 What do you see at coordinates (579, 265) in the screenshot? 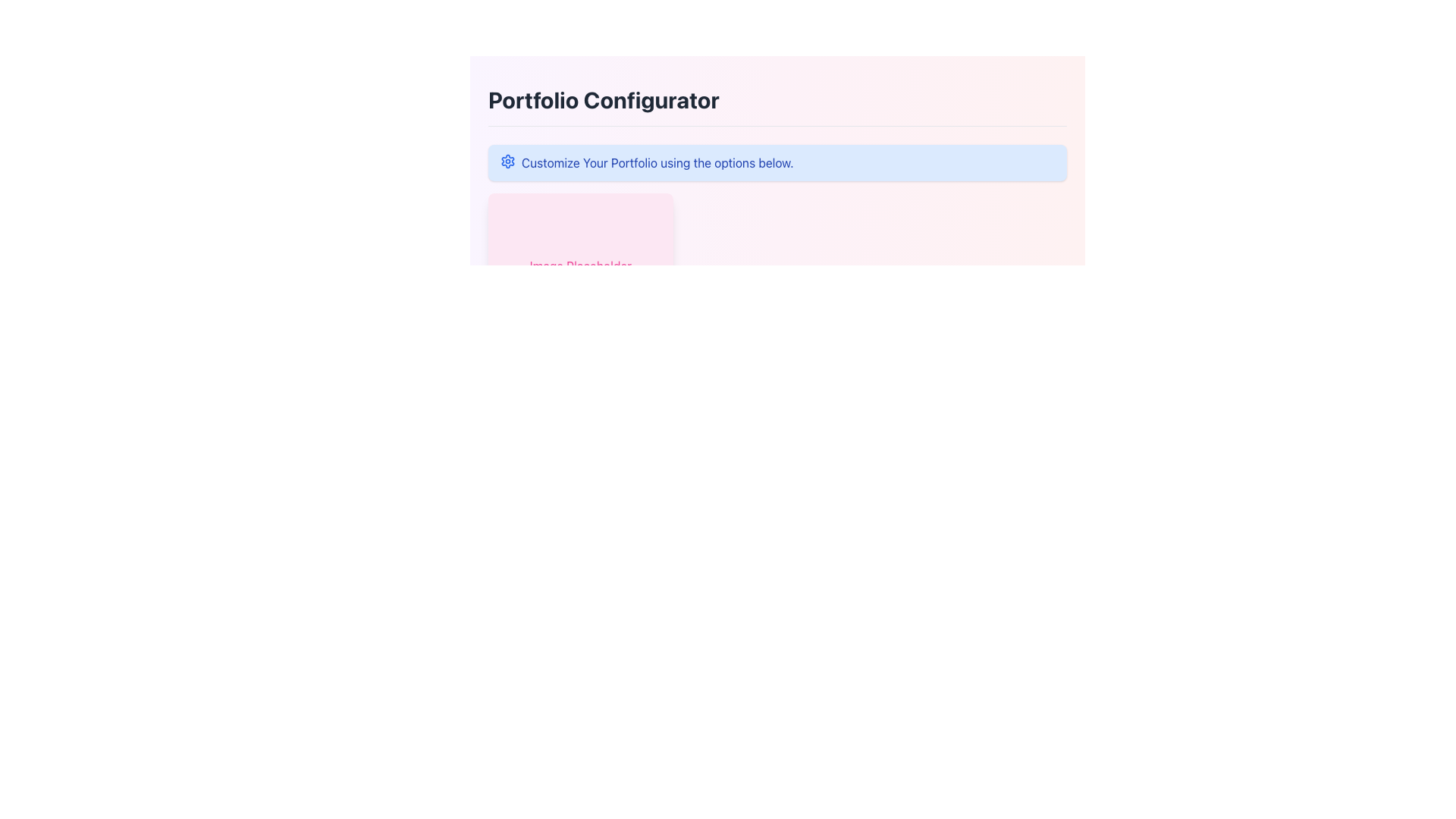
I see `the text label that serves as a placeholder for indicating the intended position or functionality of an image, located at the center of a light pink rectangular box in the lower part of the interface` at bounding box center [579, 265].